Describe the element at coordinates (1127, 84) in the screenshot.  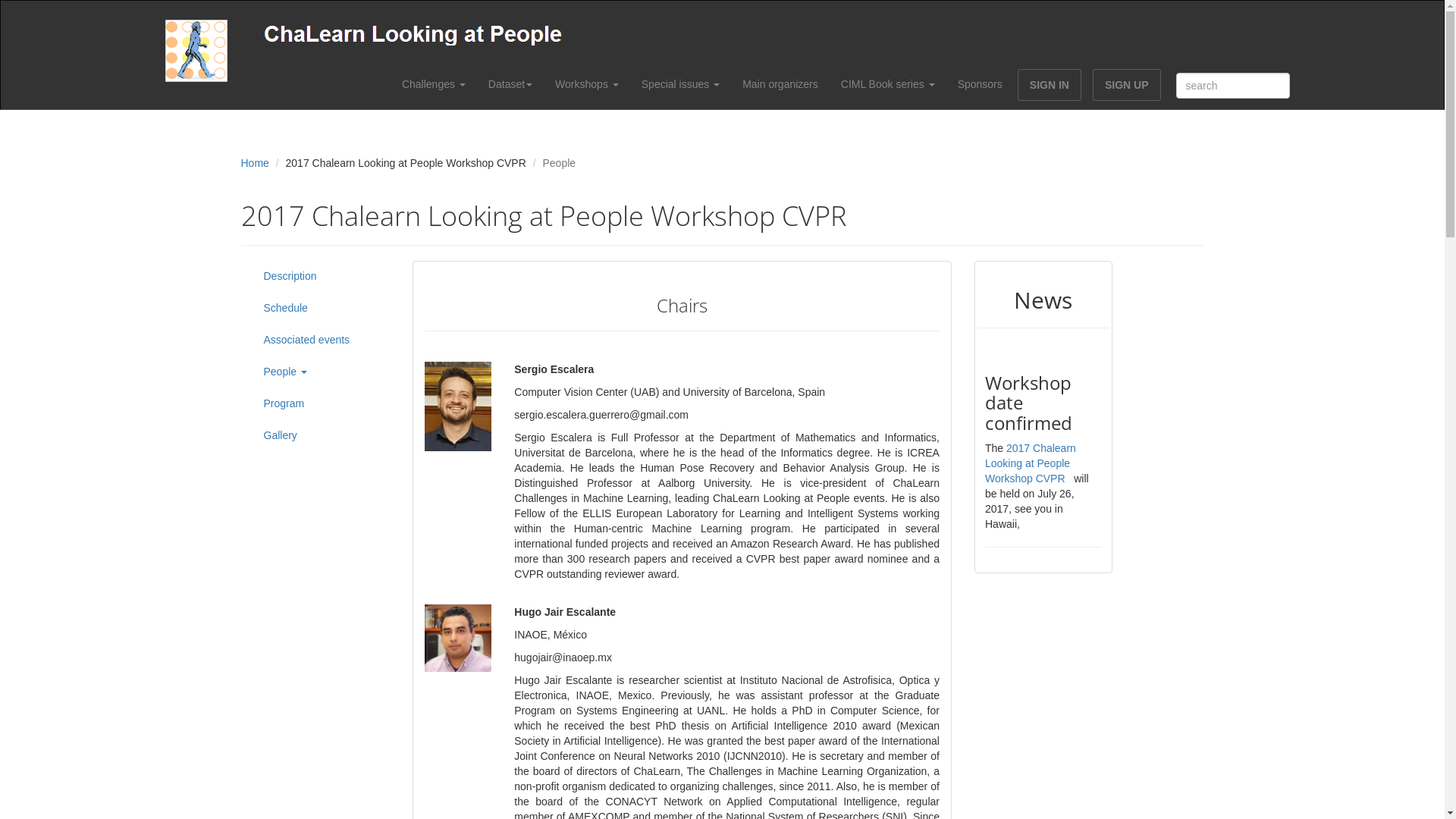
I see `'SIGN UP'` at that location.